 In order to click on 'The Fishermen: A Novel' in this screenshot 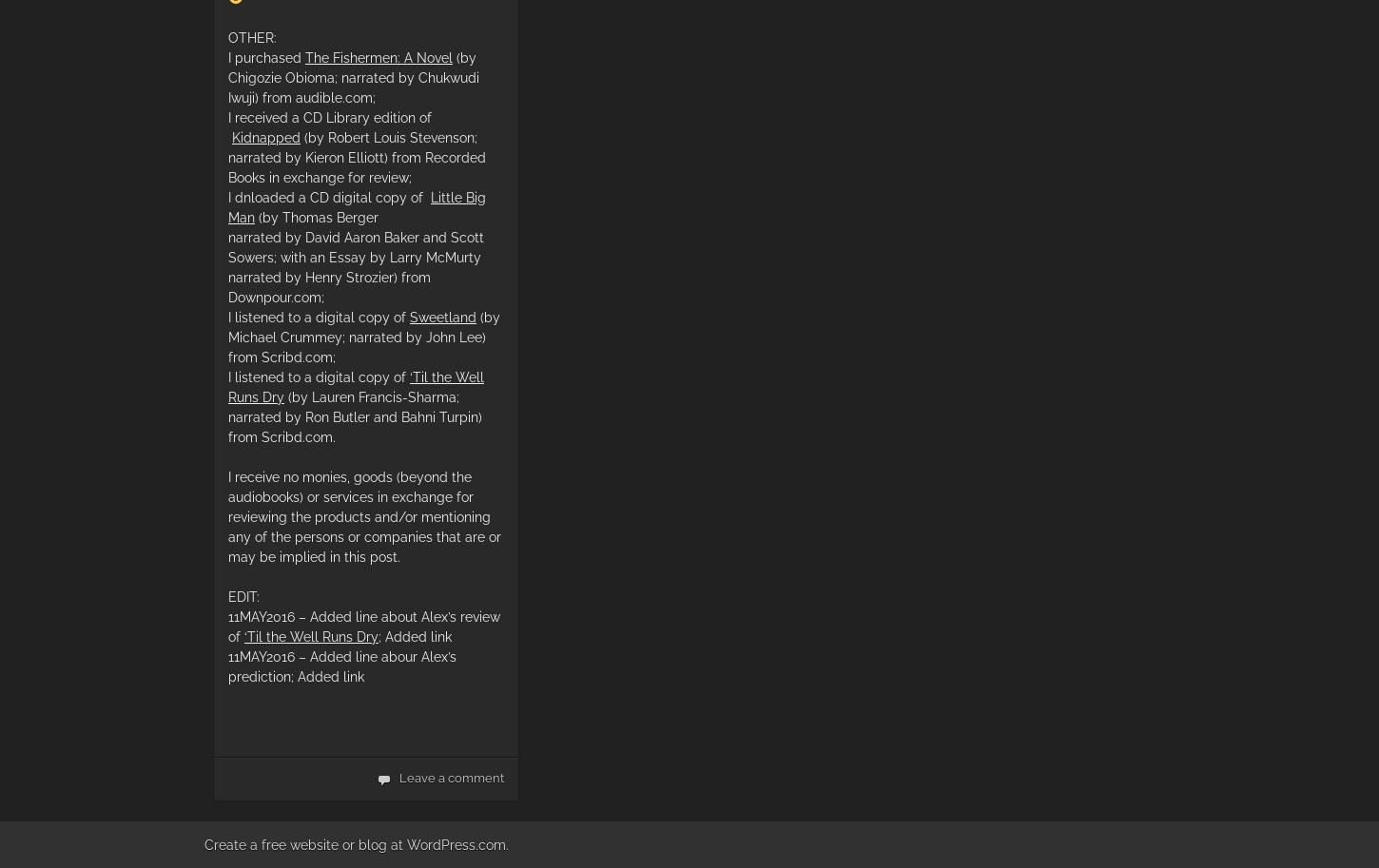, I will do `click(305, 56)`.